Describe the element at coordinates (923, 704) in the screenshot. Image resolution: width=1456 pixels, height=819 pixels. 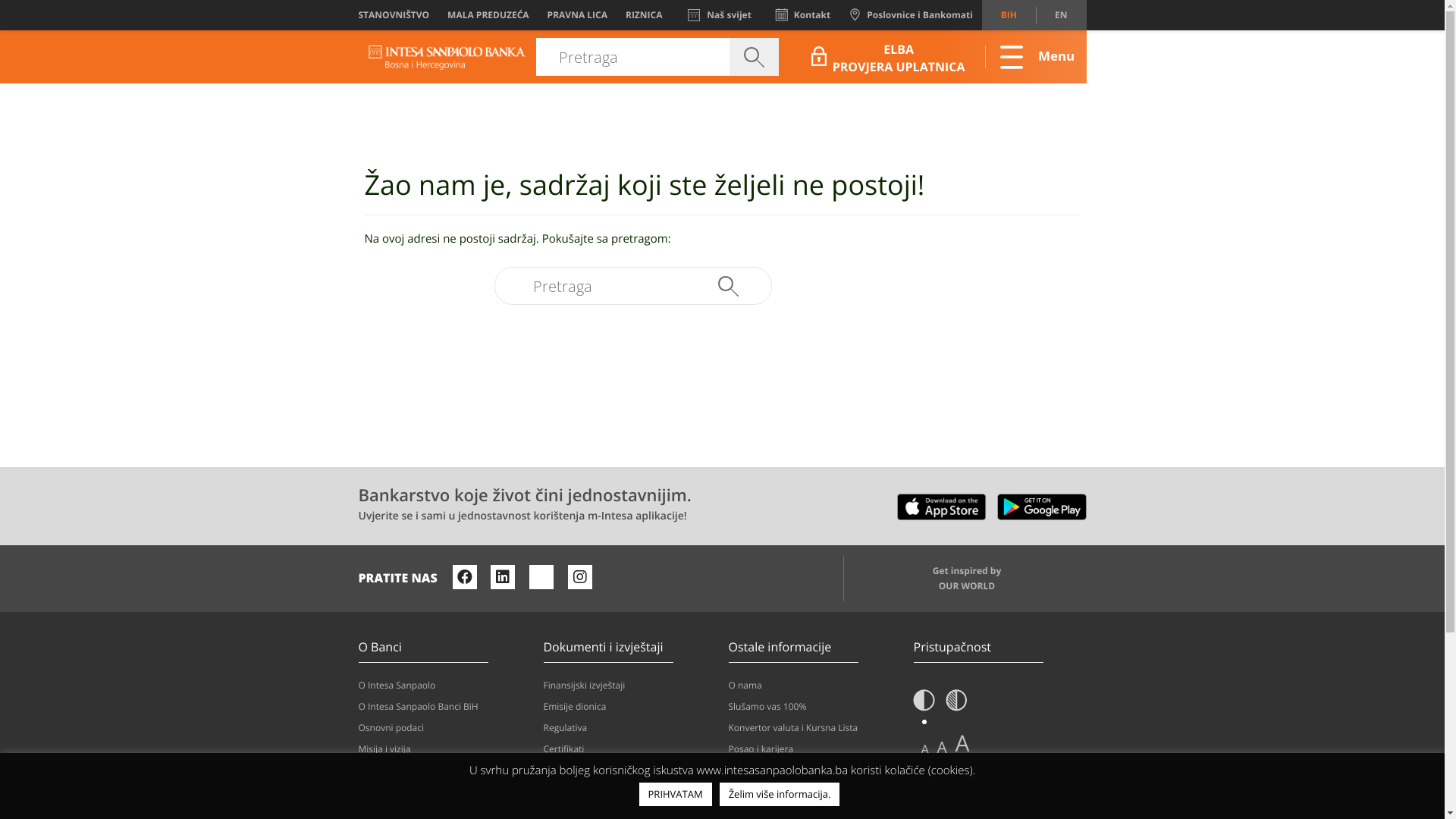
I see `'Standard Contrast'` at that location.